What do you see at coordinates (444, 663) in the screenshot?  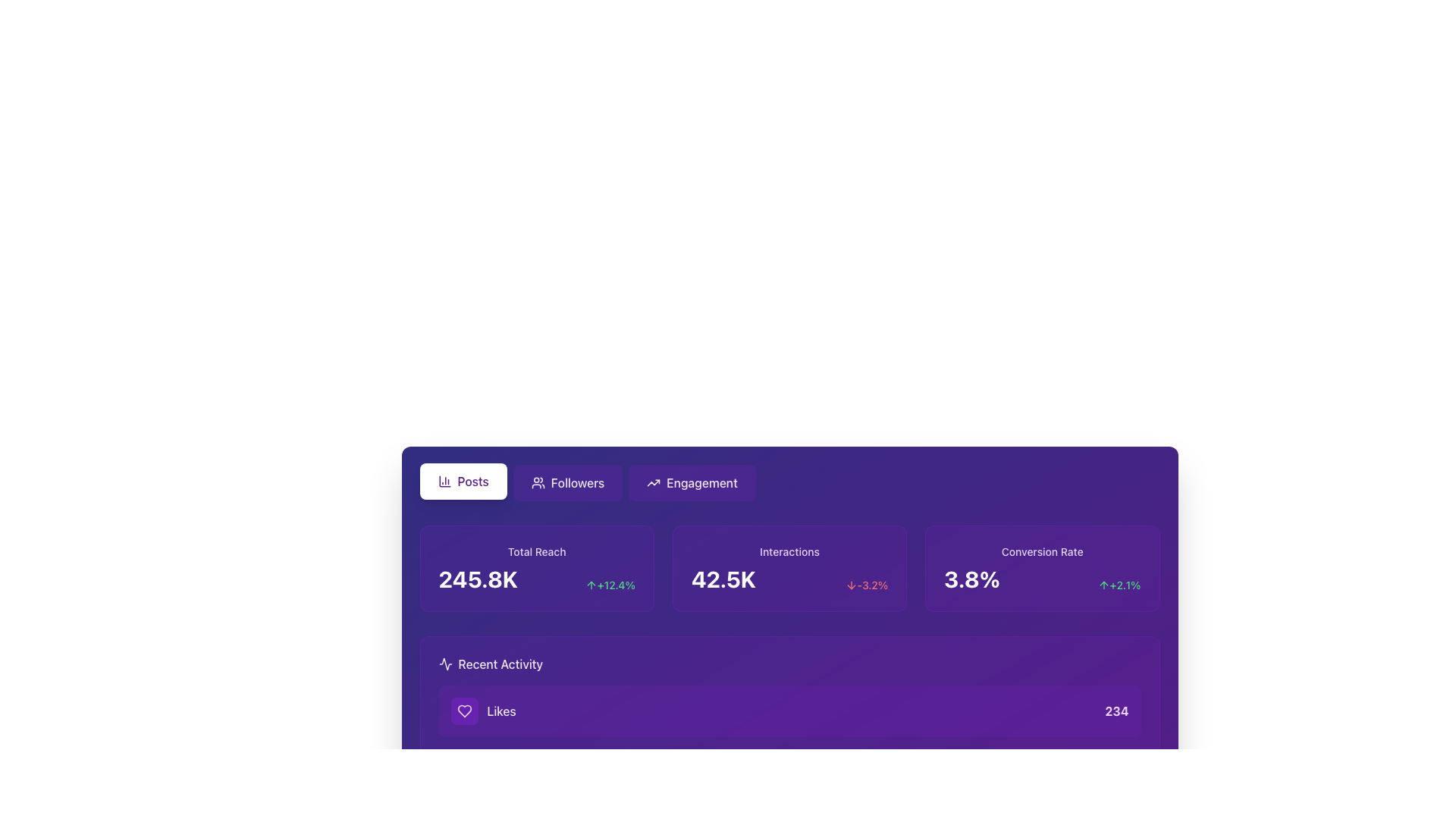 I see `the 'Recent Activity' icon located to the left of the 'Recent Activity' text to engage with the associated content` at bounding box center [444, 663].